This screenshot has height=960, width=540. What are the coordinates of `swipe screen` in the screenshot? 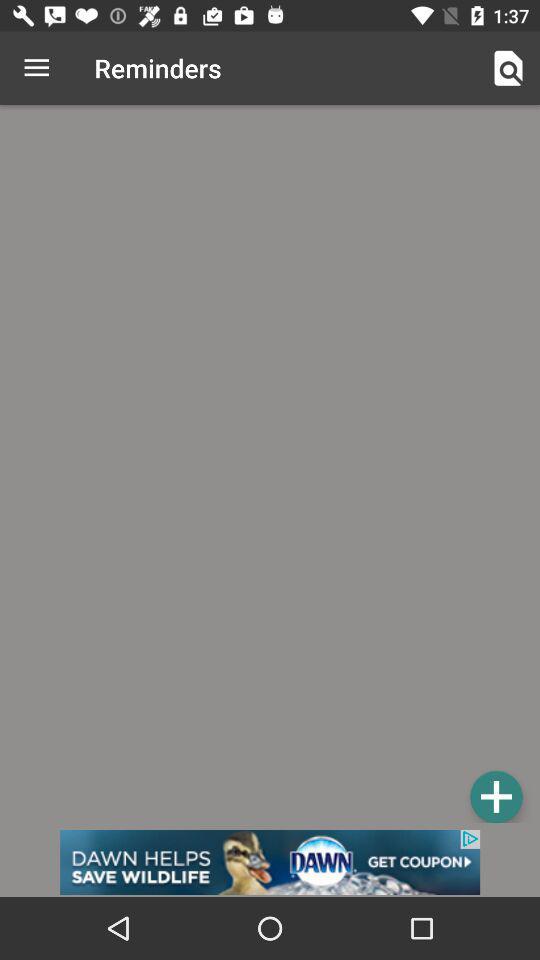 It's located at (270, 467).